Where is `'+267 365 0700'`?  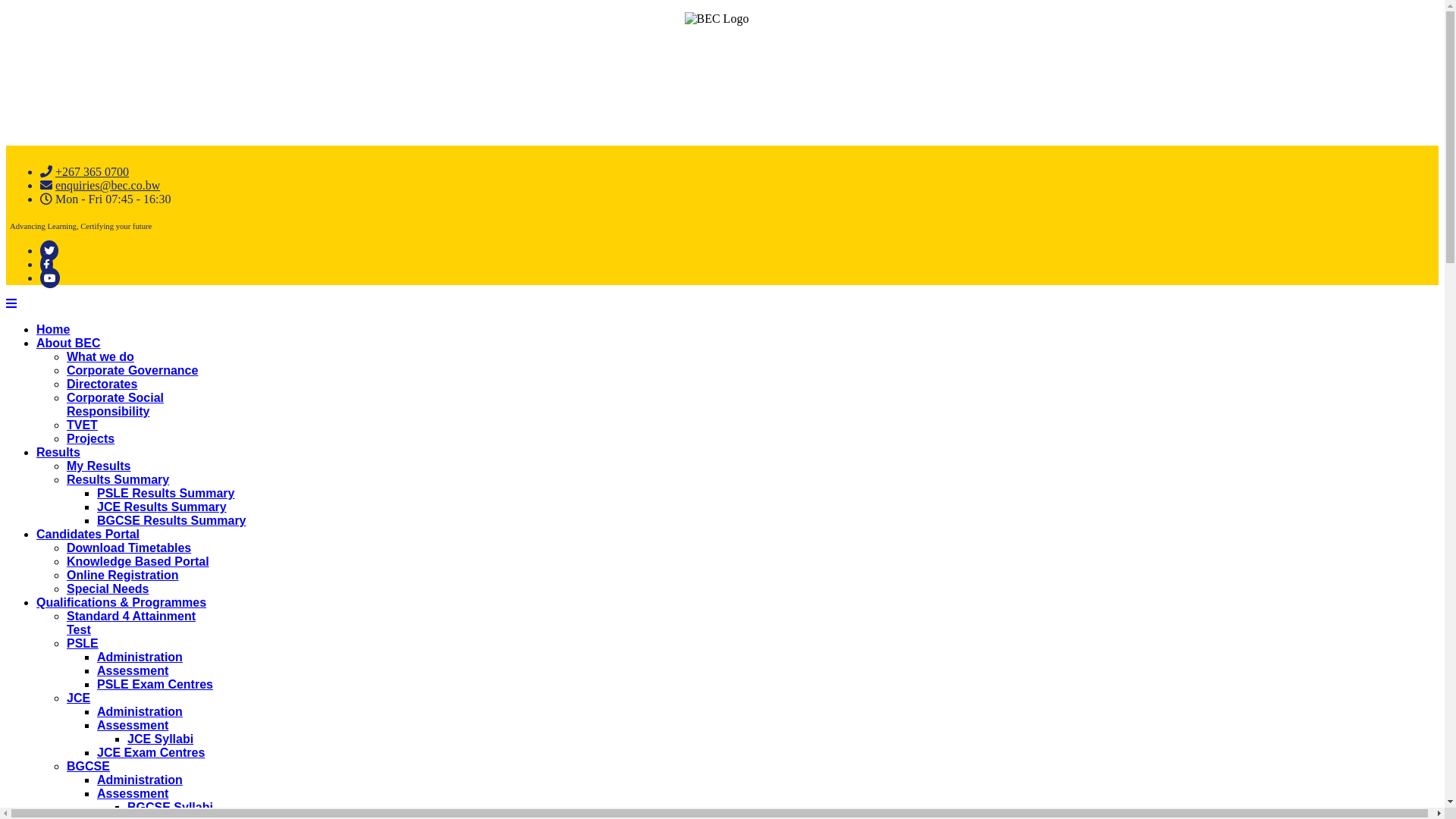
'+267 365 0700' is located at coordinates (91, 171).